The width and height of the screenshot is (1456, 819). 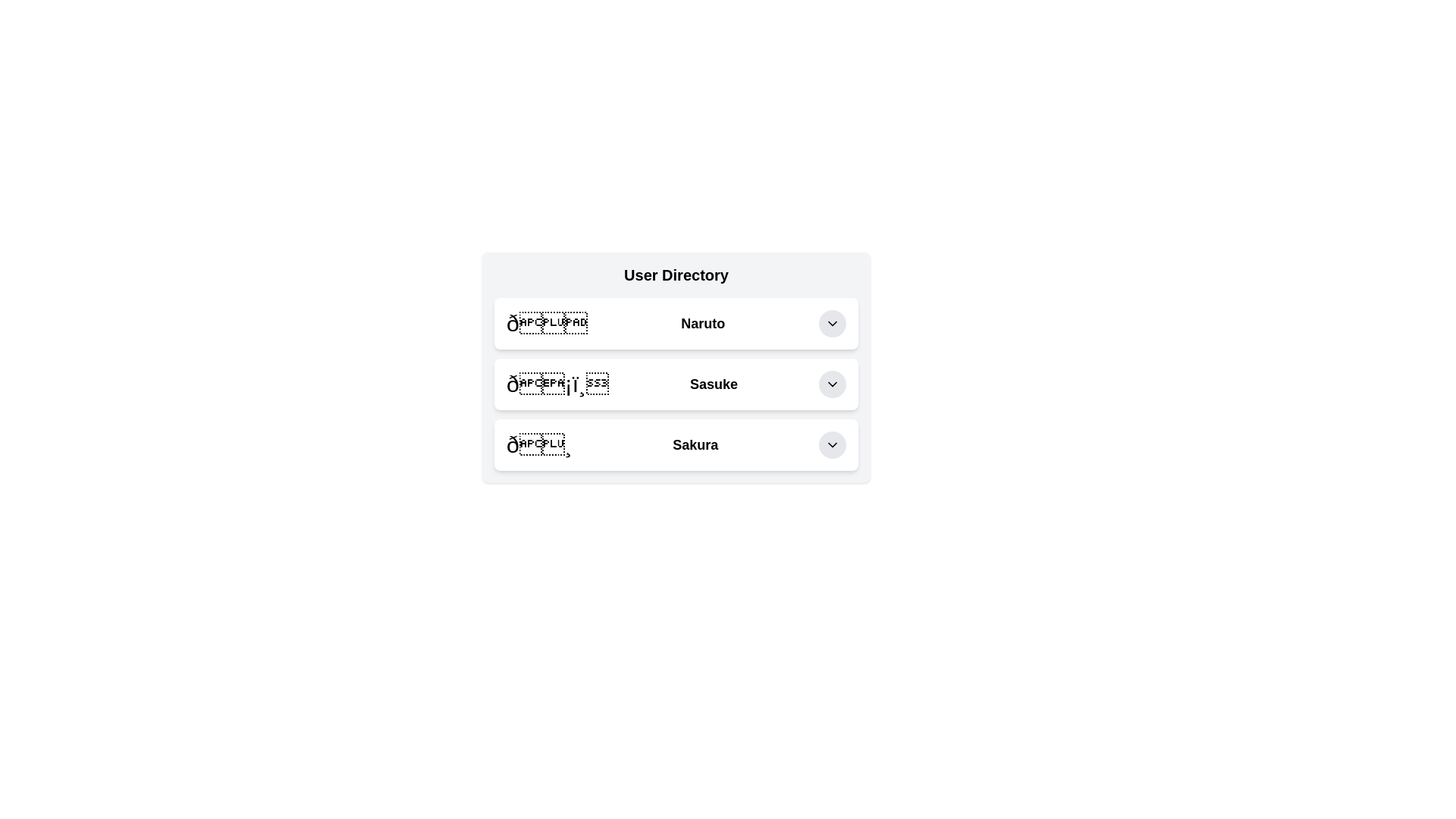 I want to click on the down-facing chevron icon within the circular button associated with the 'Sasuke' entry in the User Directory, so click(x=832, y=383).